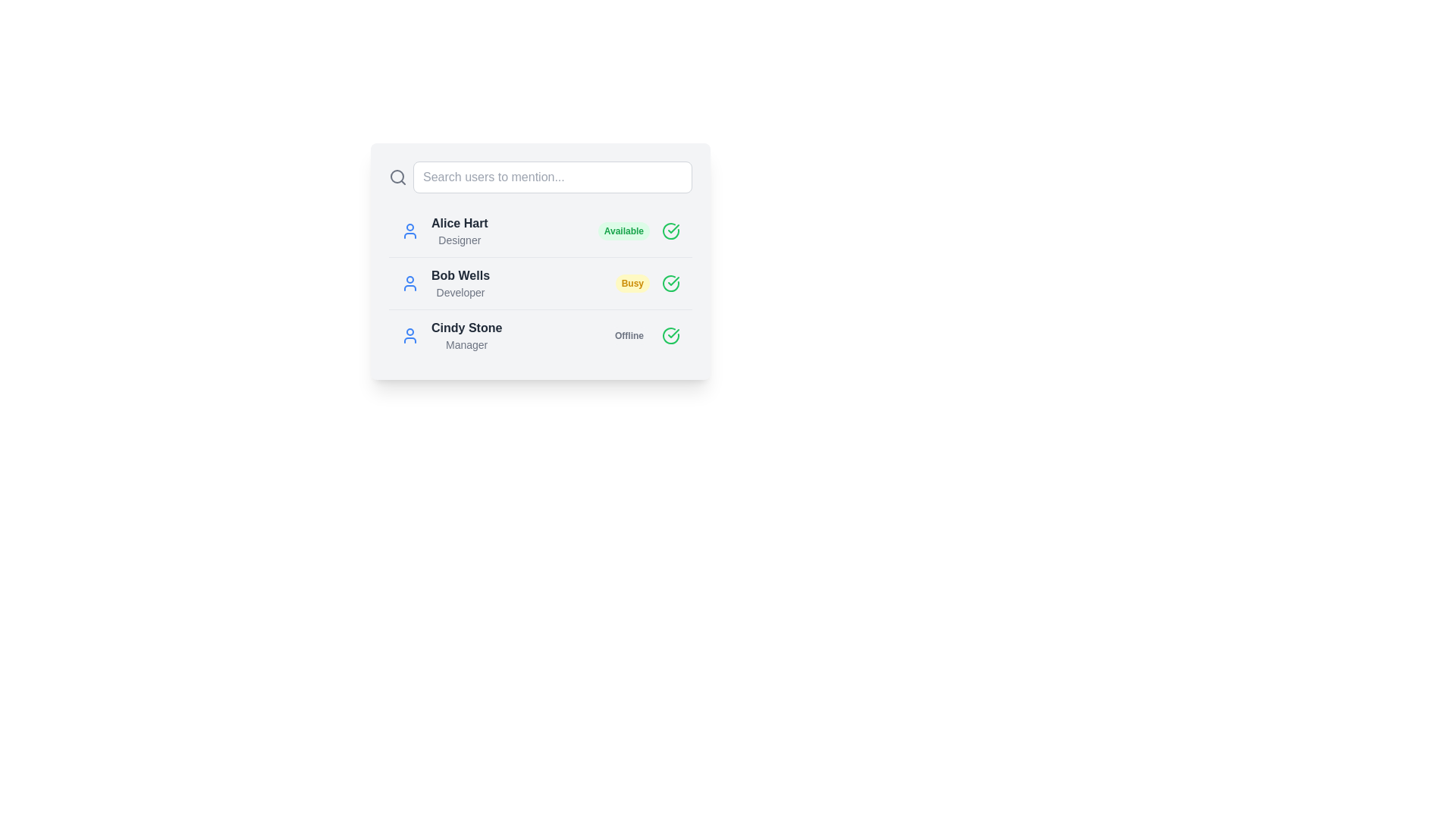 The width and height of the screenshot is (1456, 819). What do you see at coordinates (459, 223) in the screenshot?
I see `the text heading displaying 'Alice Hart', which is bold and dark-colored, located at the top of the user profile card` at bounding box center [459, 223].